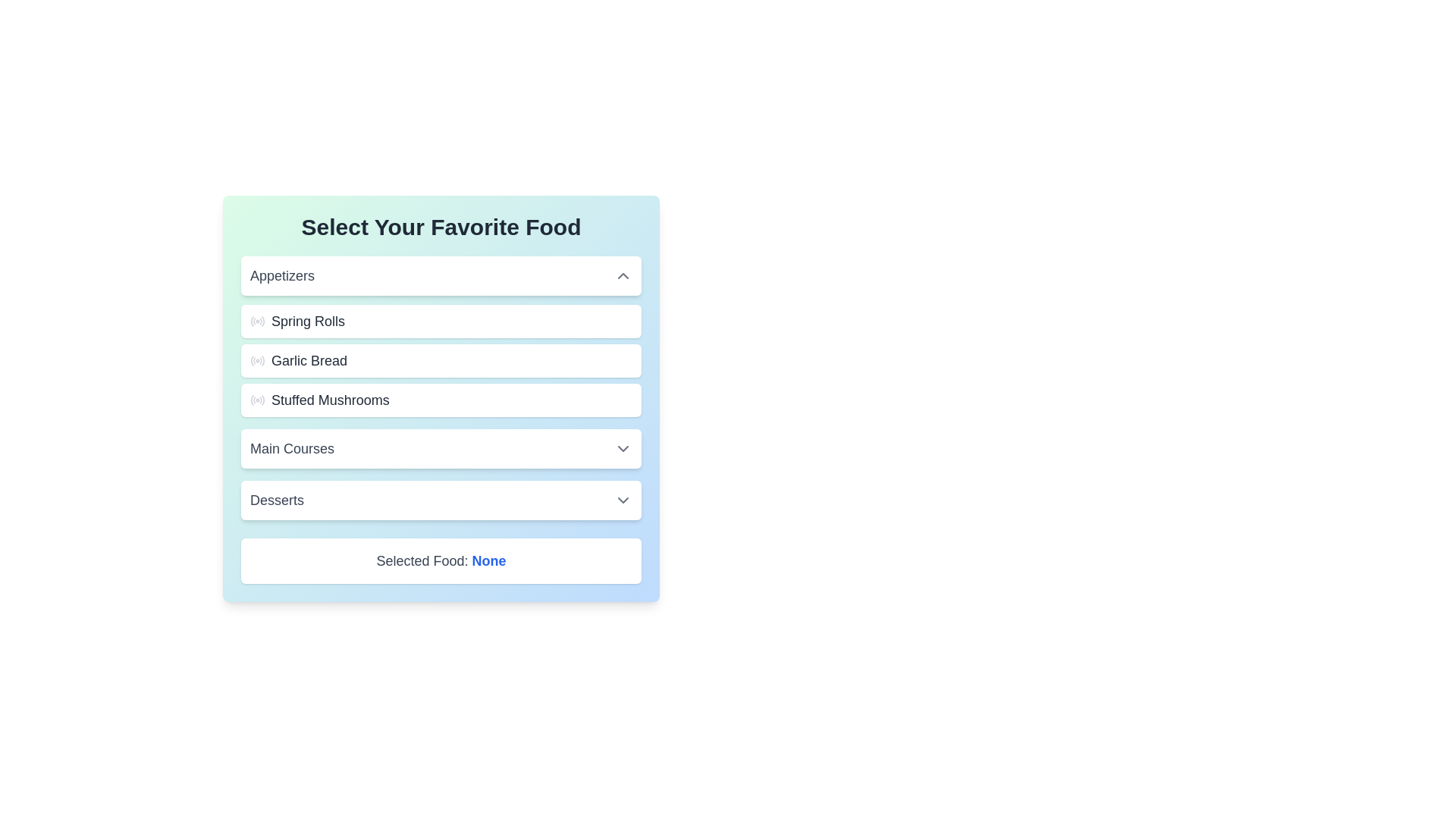 The height and width of the screenshot is (819, 1456). I want to click on the static text that displays the currently selected food item, which is dynamically updated when a different option is selected from the menu above, so click(489, 561).